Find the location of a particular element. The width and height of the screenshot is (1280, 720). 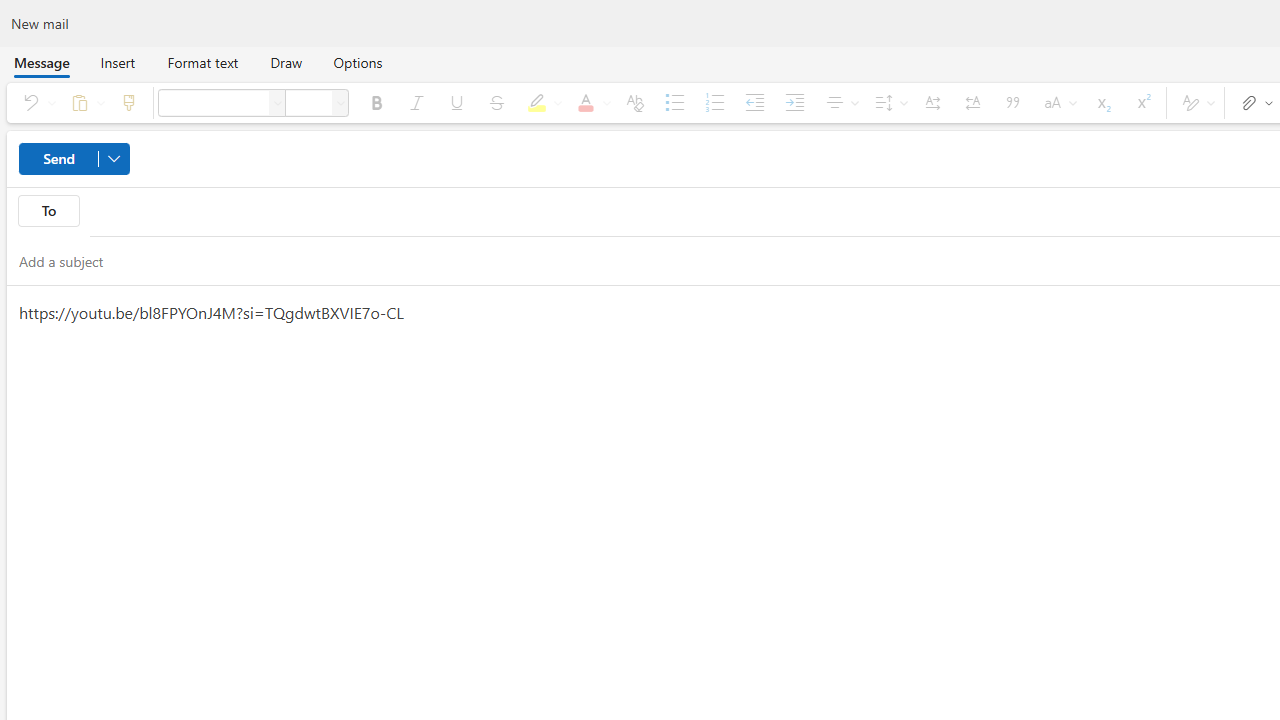

'Bullets' is located at coordinates (675, 102).